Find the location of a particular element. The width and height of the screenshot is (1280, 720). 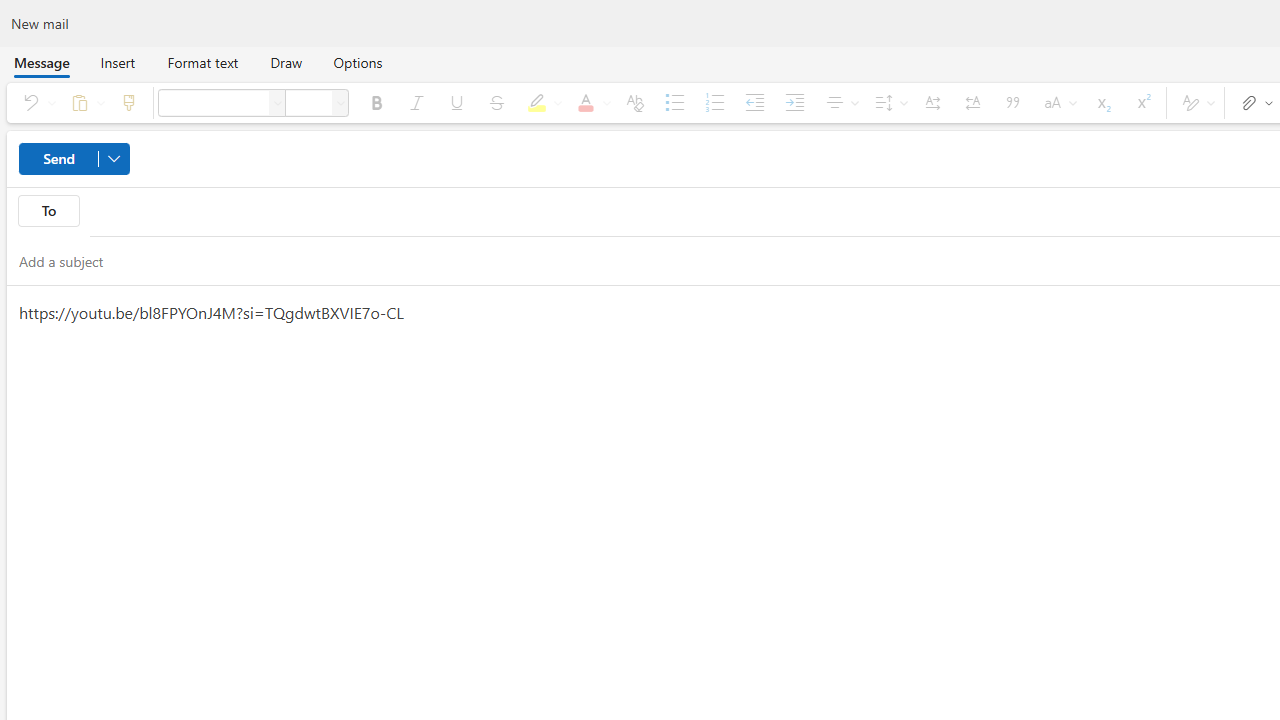

'Bullets' is located at coordinates (675, 102).